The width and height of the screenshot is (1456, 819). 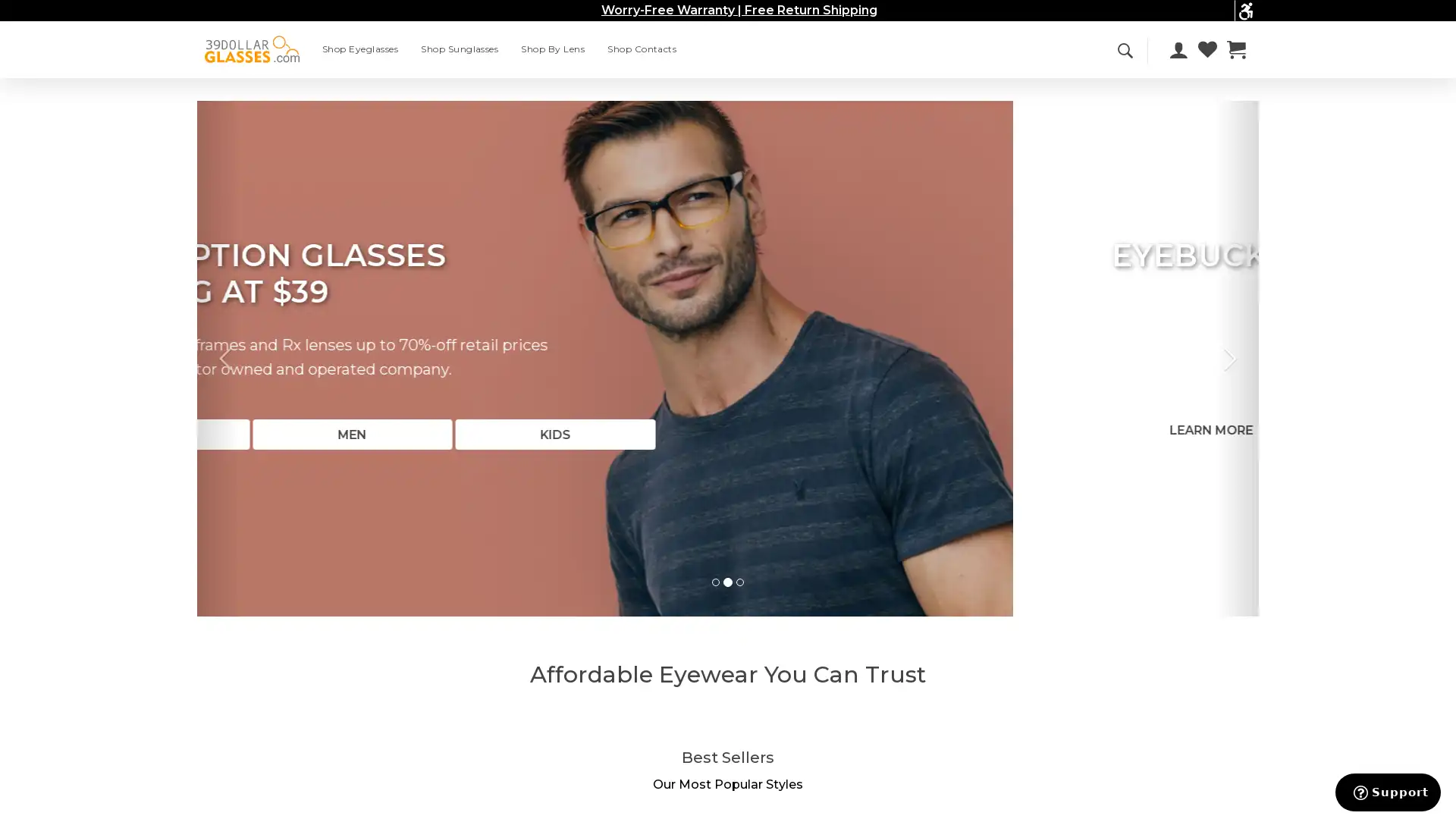 I want to click on Next, so click(x=1238, y=359).